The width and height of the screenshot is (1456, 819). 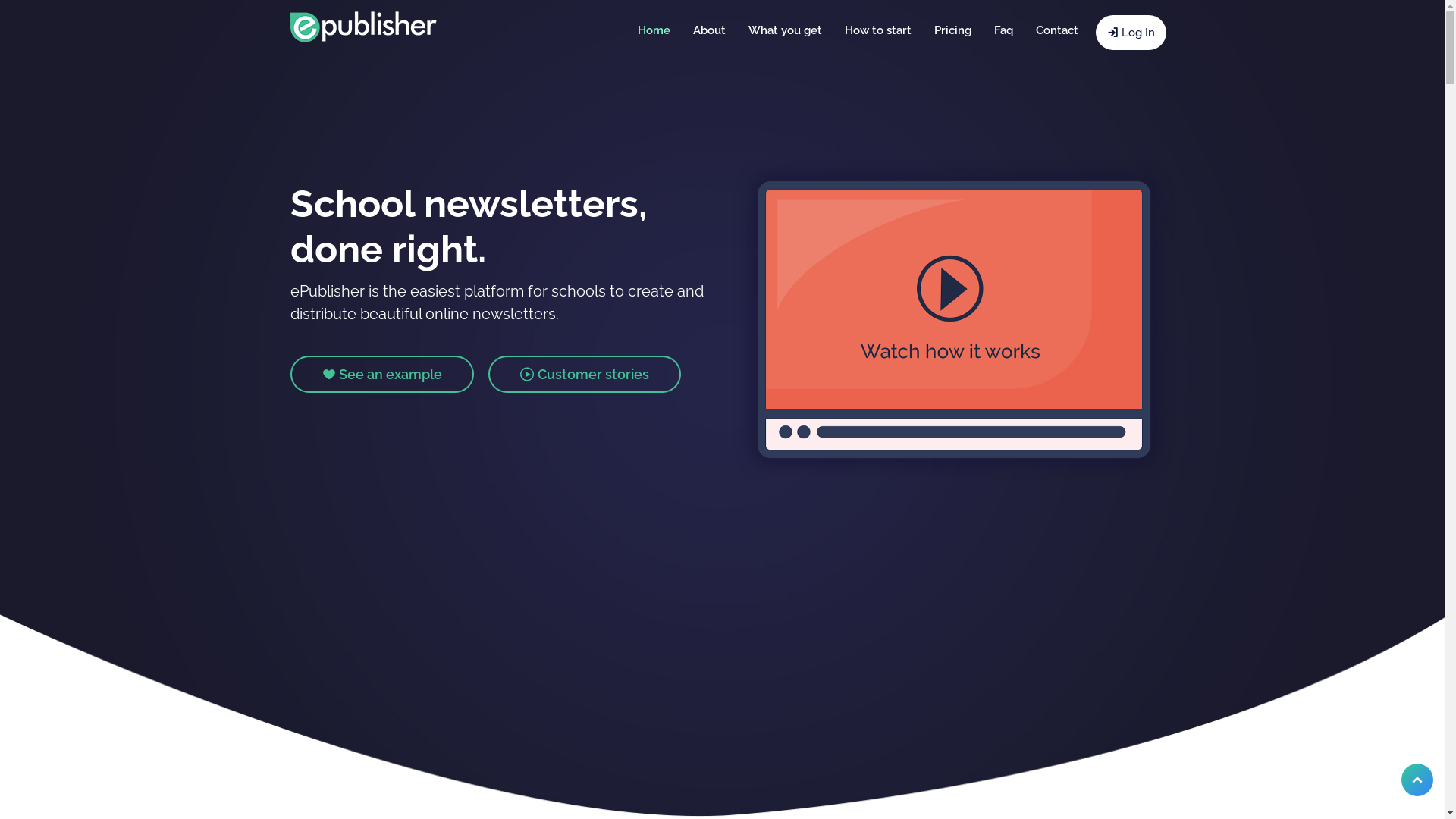 I want to click on 'See an example', so click(x=381, y=374).